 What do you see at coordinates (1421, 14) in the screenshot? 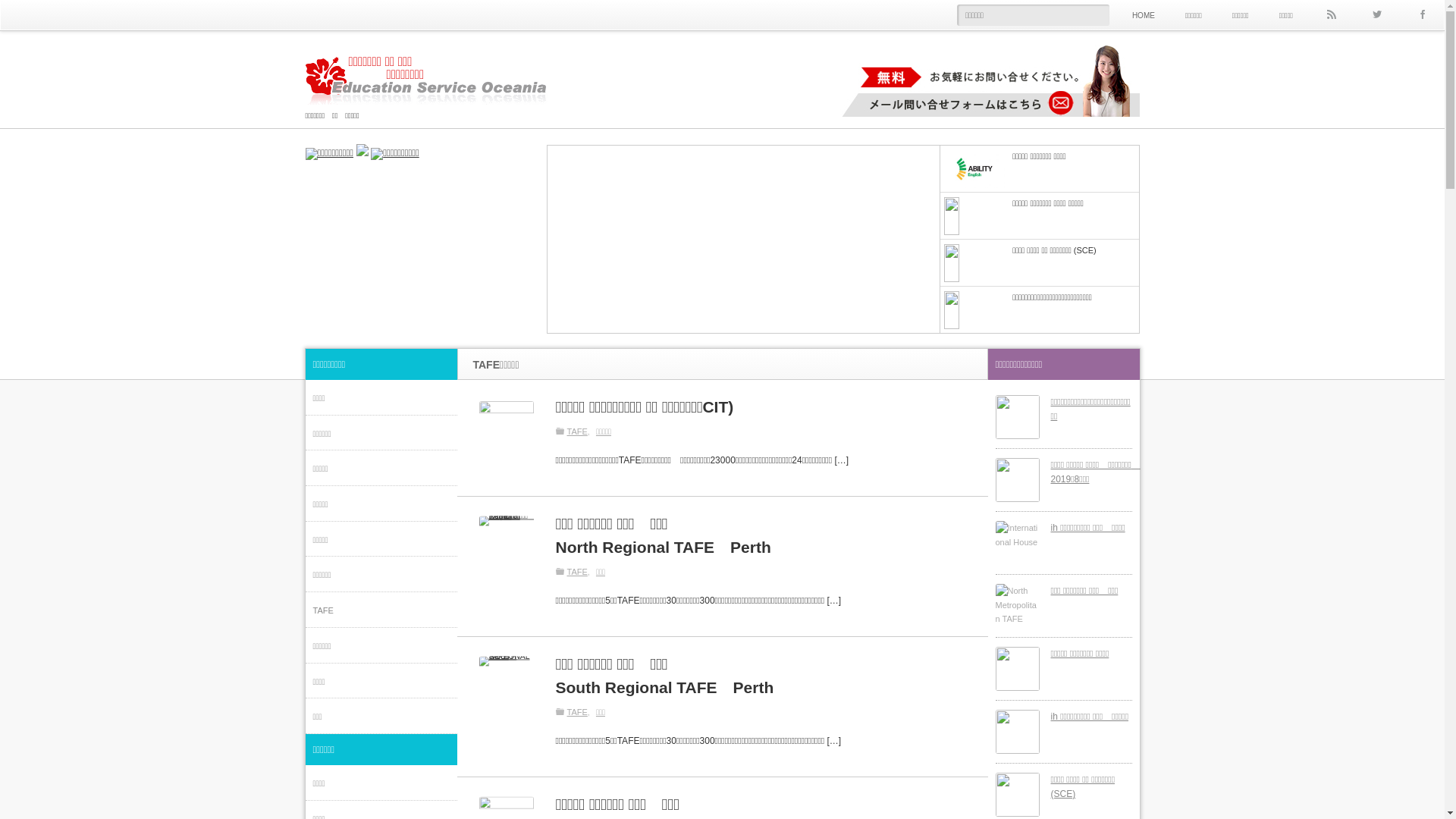
I see `'Facebook'` at bounding box center [1421, 14].